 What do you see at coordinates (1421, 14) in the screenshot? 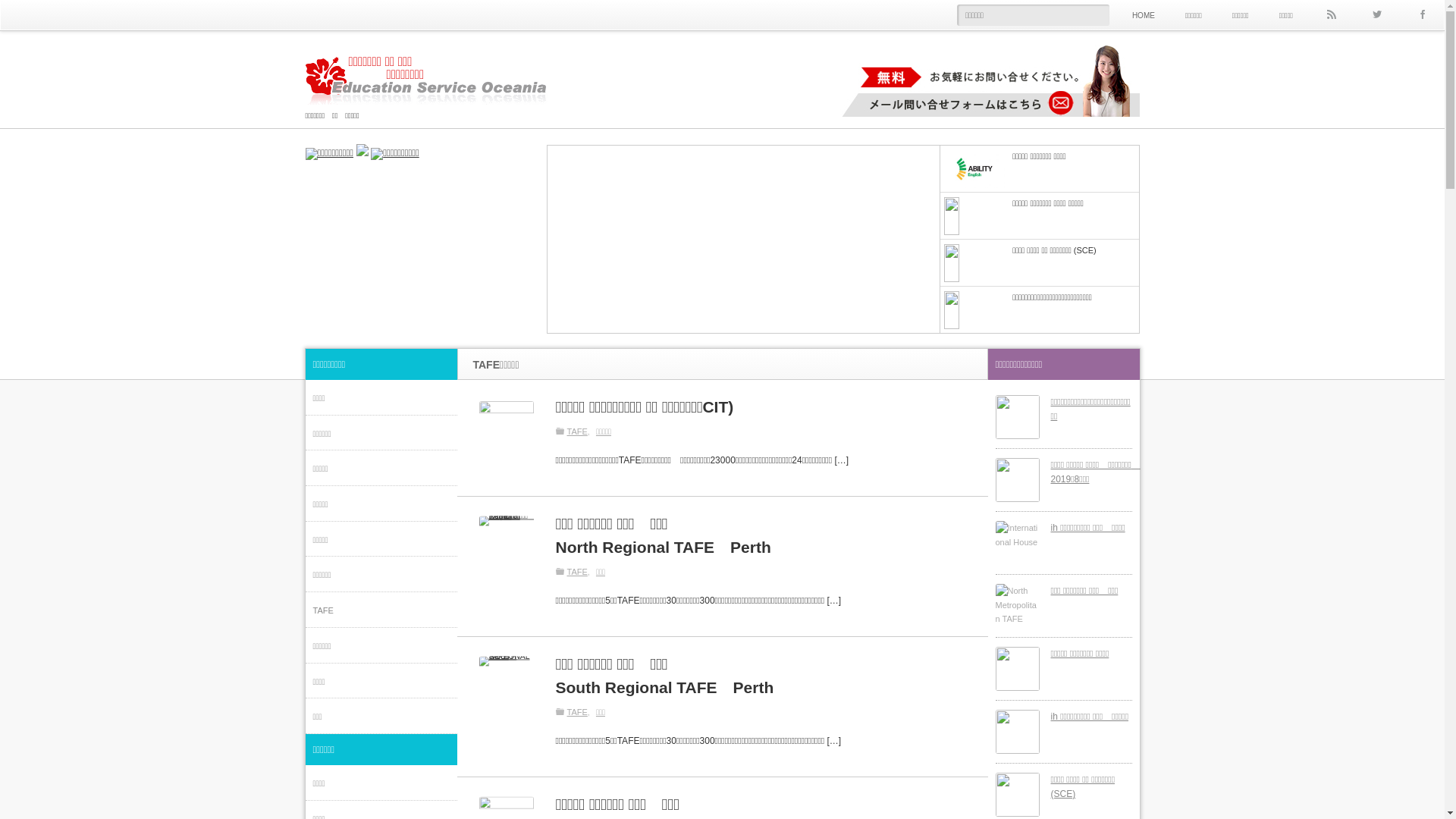
I see `'Facebook'` at bounding box center [1421, 14].